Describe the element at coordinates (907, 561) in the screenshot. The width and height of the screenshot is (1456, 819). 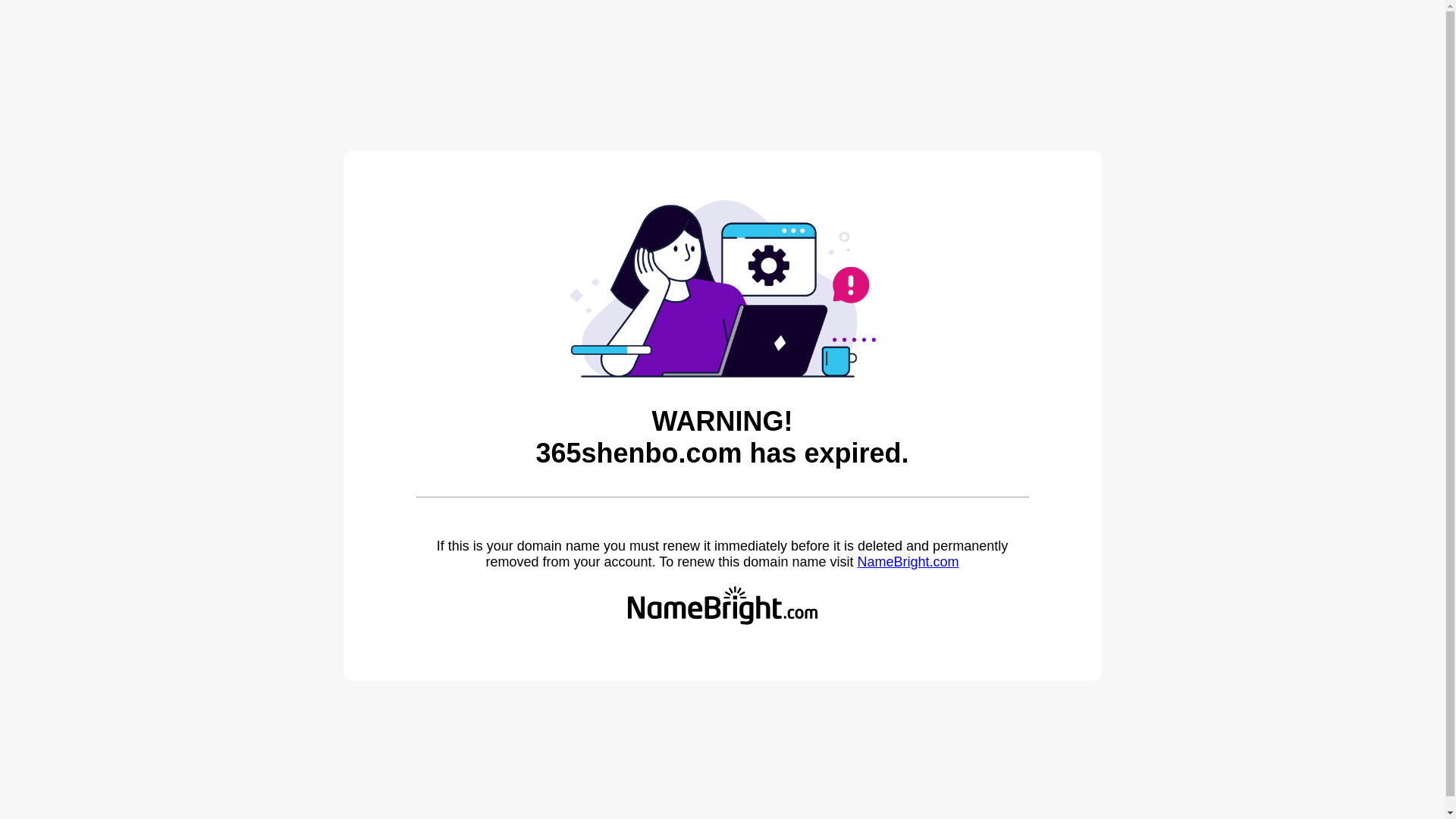
I see `'NameBright.com'` at that location.